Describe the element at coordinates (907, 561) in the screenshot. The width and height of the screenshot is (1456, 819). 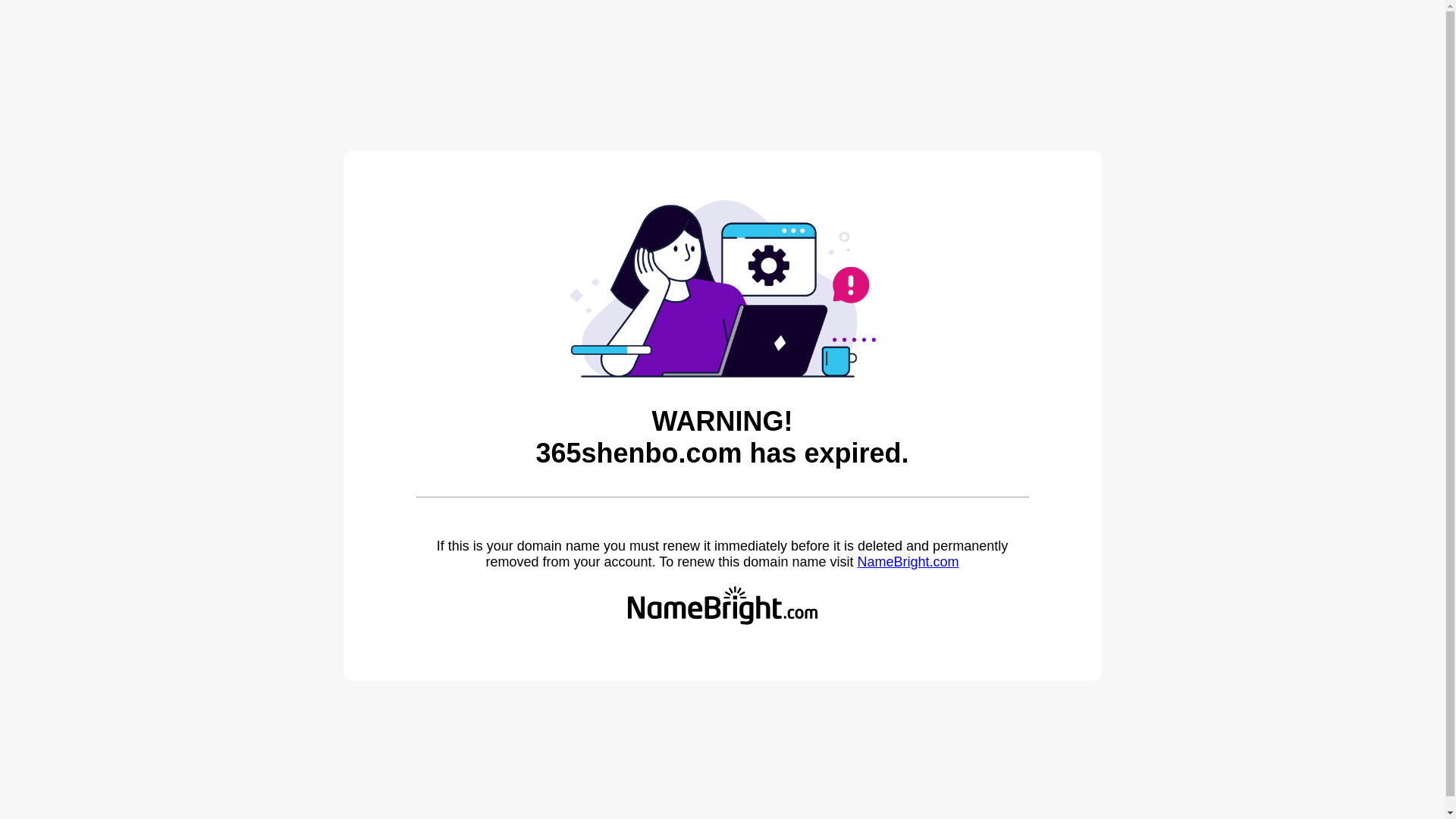
I see `'NameBright.com'` at that location.